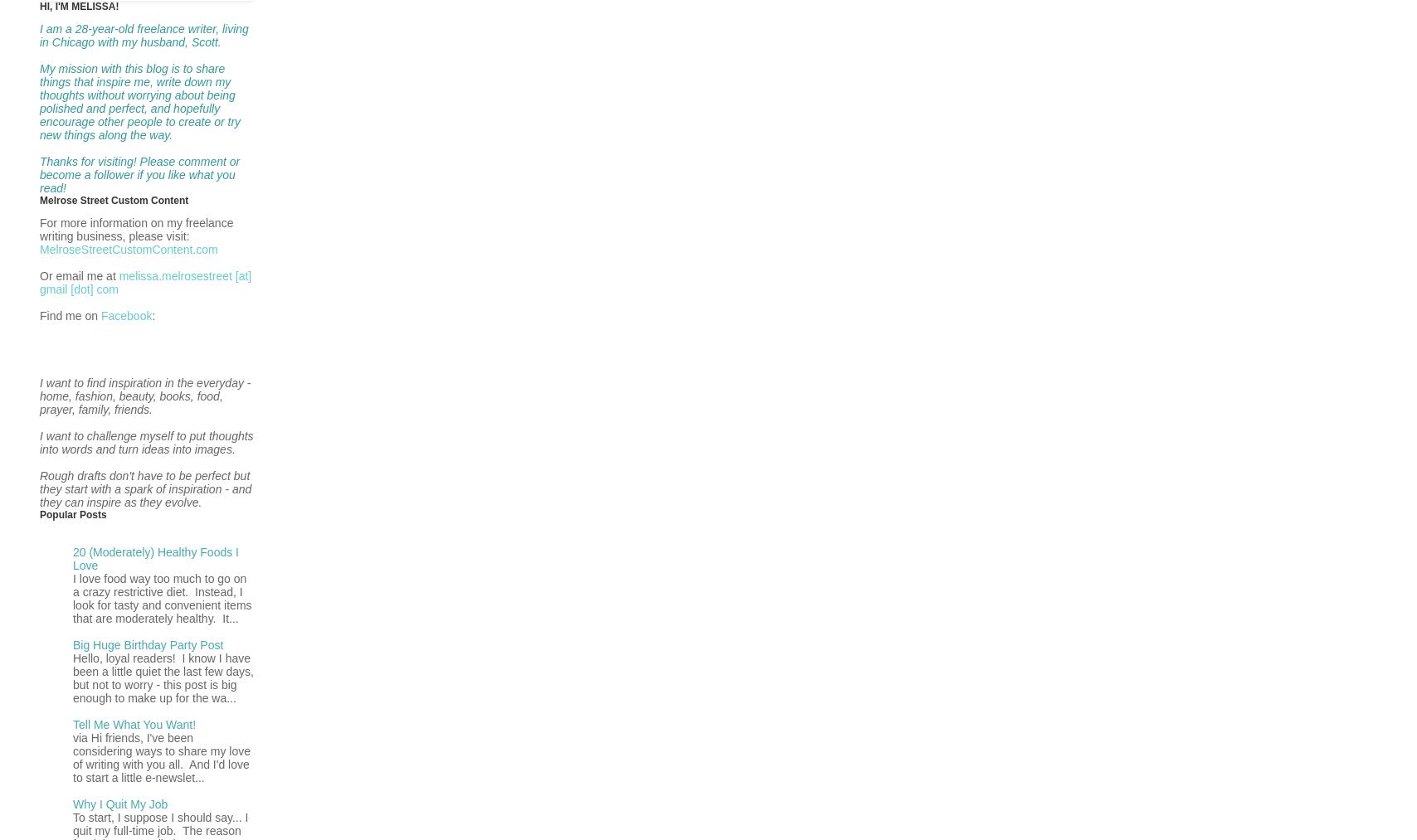 This screenshot has height=840, width=1417. What do you see at coordinates (126, 314) in the screenshot?
I see `'Facebook'` at bounding box center [126, 314].